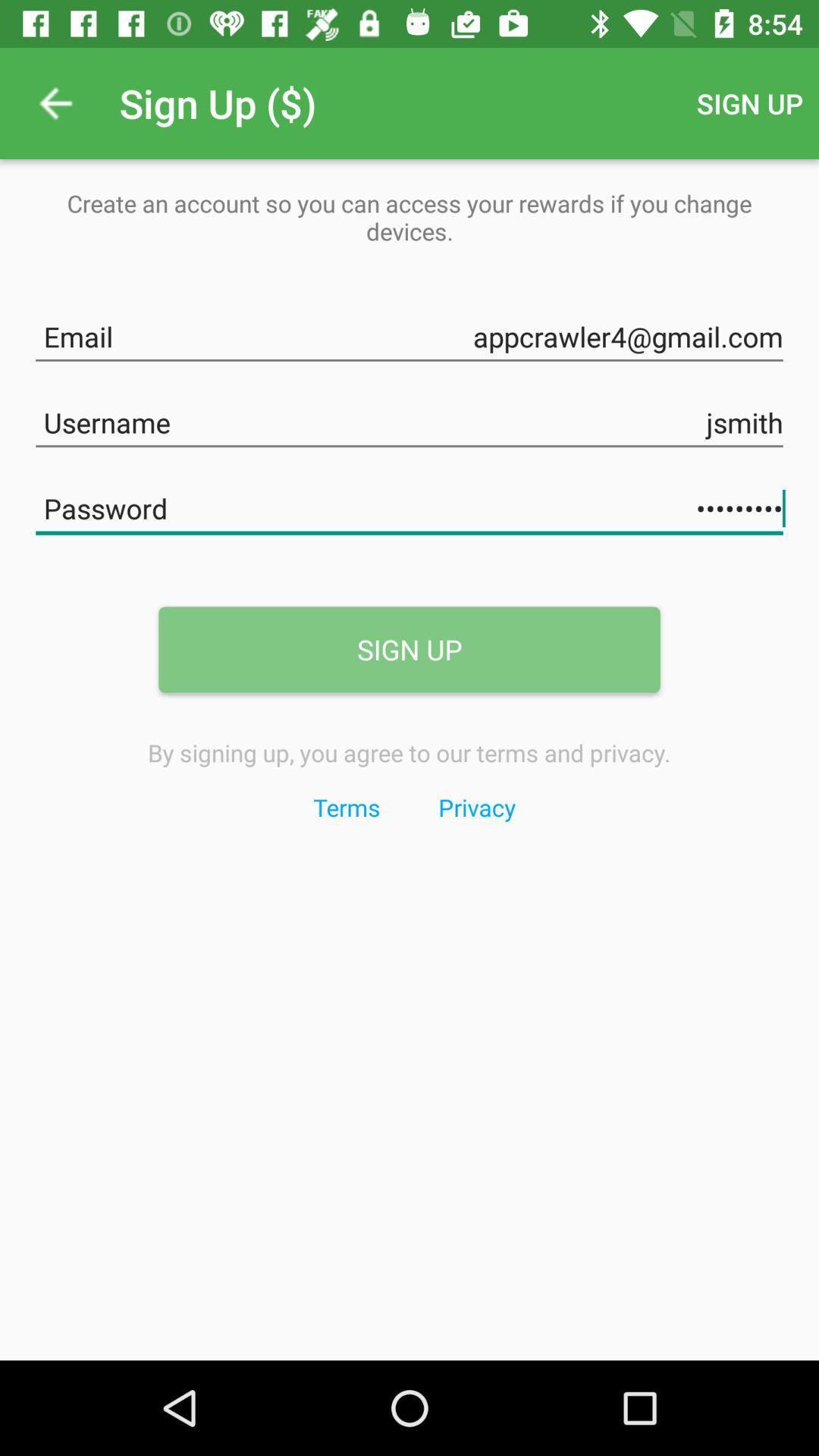 Image resolution: width=819 pixels, height=1456 pixels. Describe the element at coordinates (409, 506) in the screenshot. I see `the crowd3116` at that location.